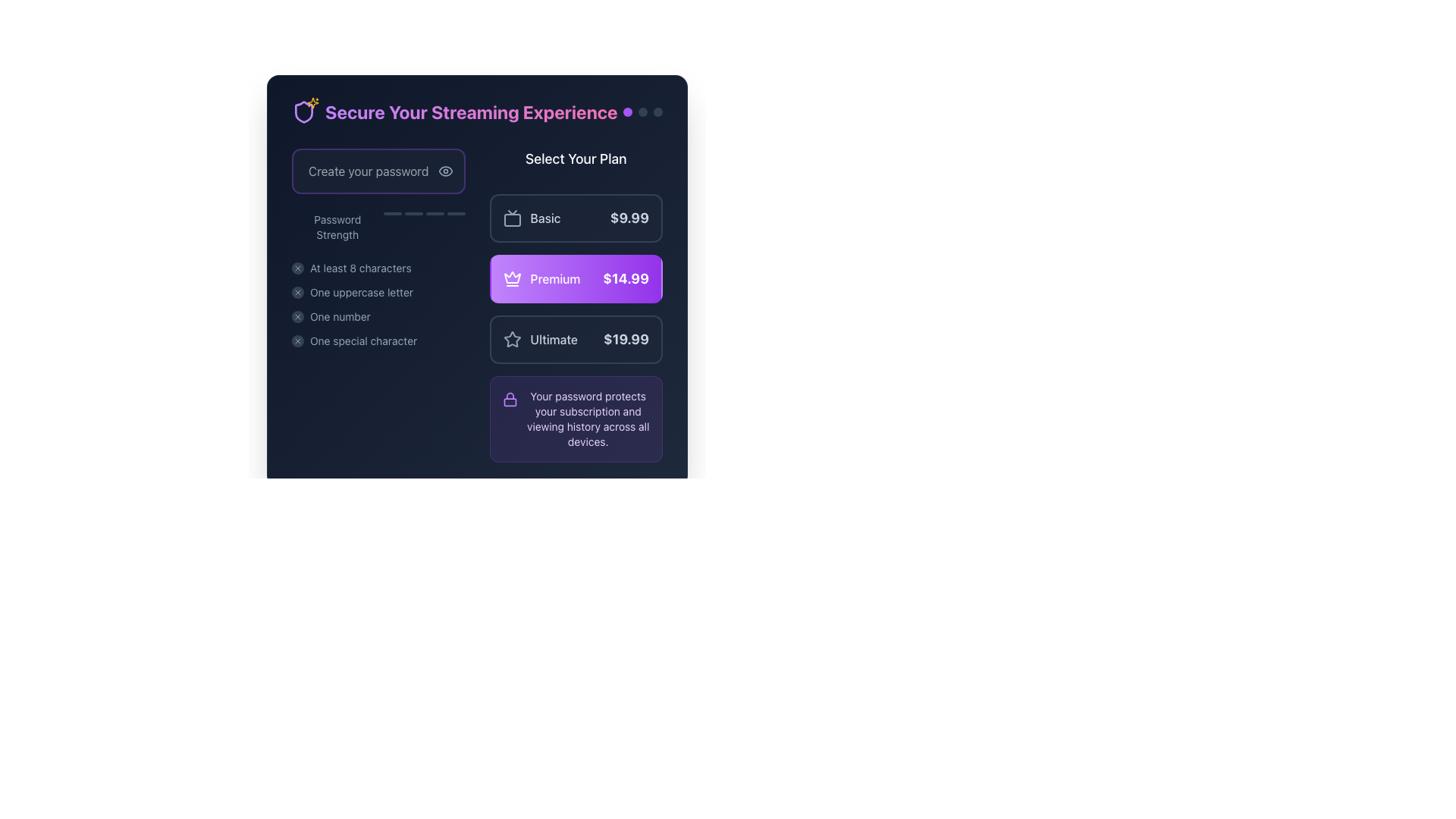 The height and width of the screenshot is (819, 1456). Describe the element at coordinates (378, 227) in the screenshot. I see `the Password strength indicator, which displays 'Password Strength' and includes a series of horizontal bars as a progress indicator, positioned below the 'Create your password' input field` at that location.